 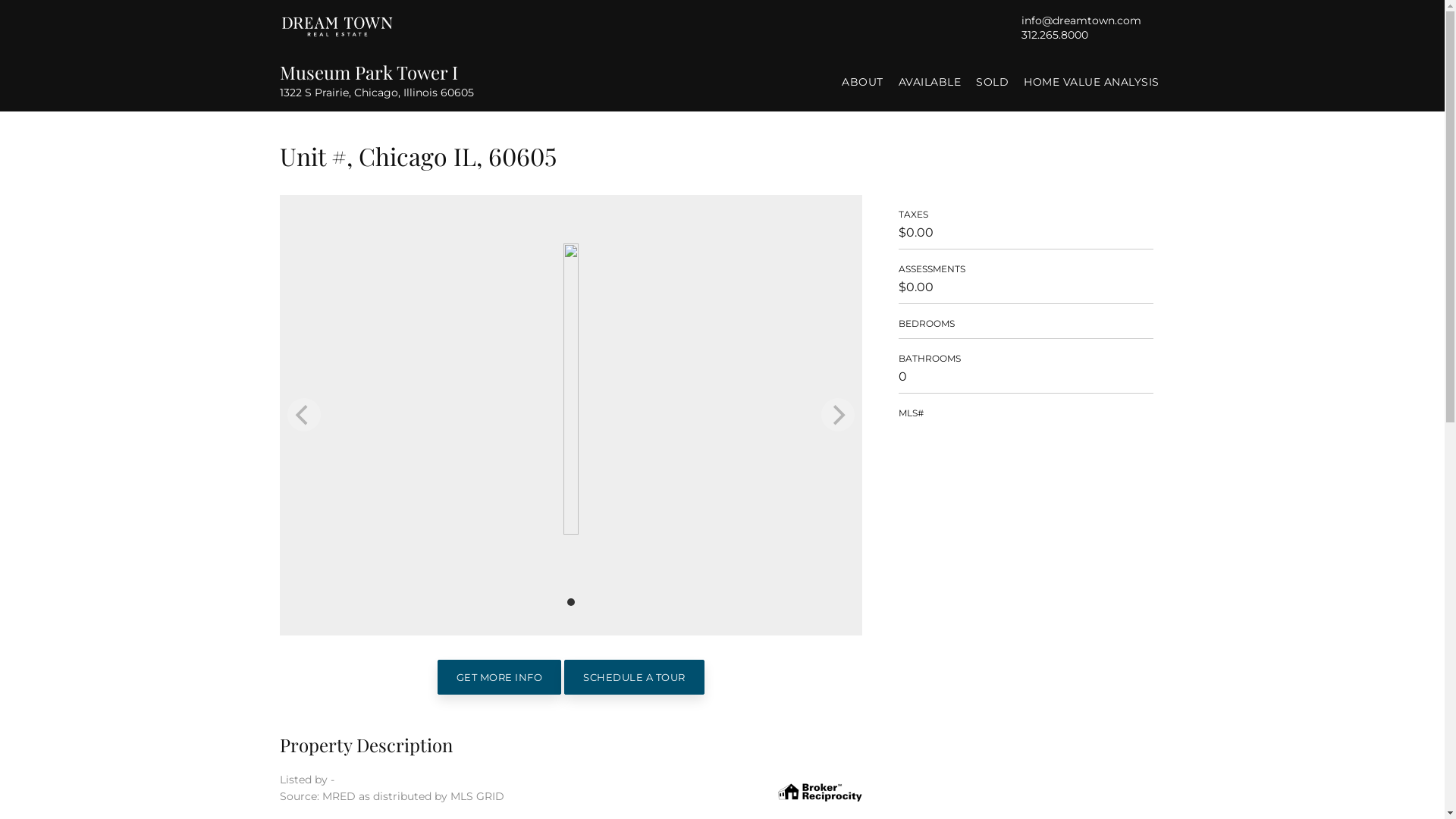 What do you see at coordinates (928, 82) in the screenshot?
I see `'AVAILABLE'` at bounding box center [928, 82].